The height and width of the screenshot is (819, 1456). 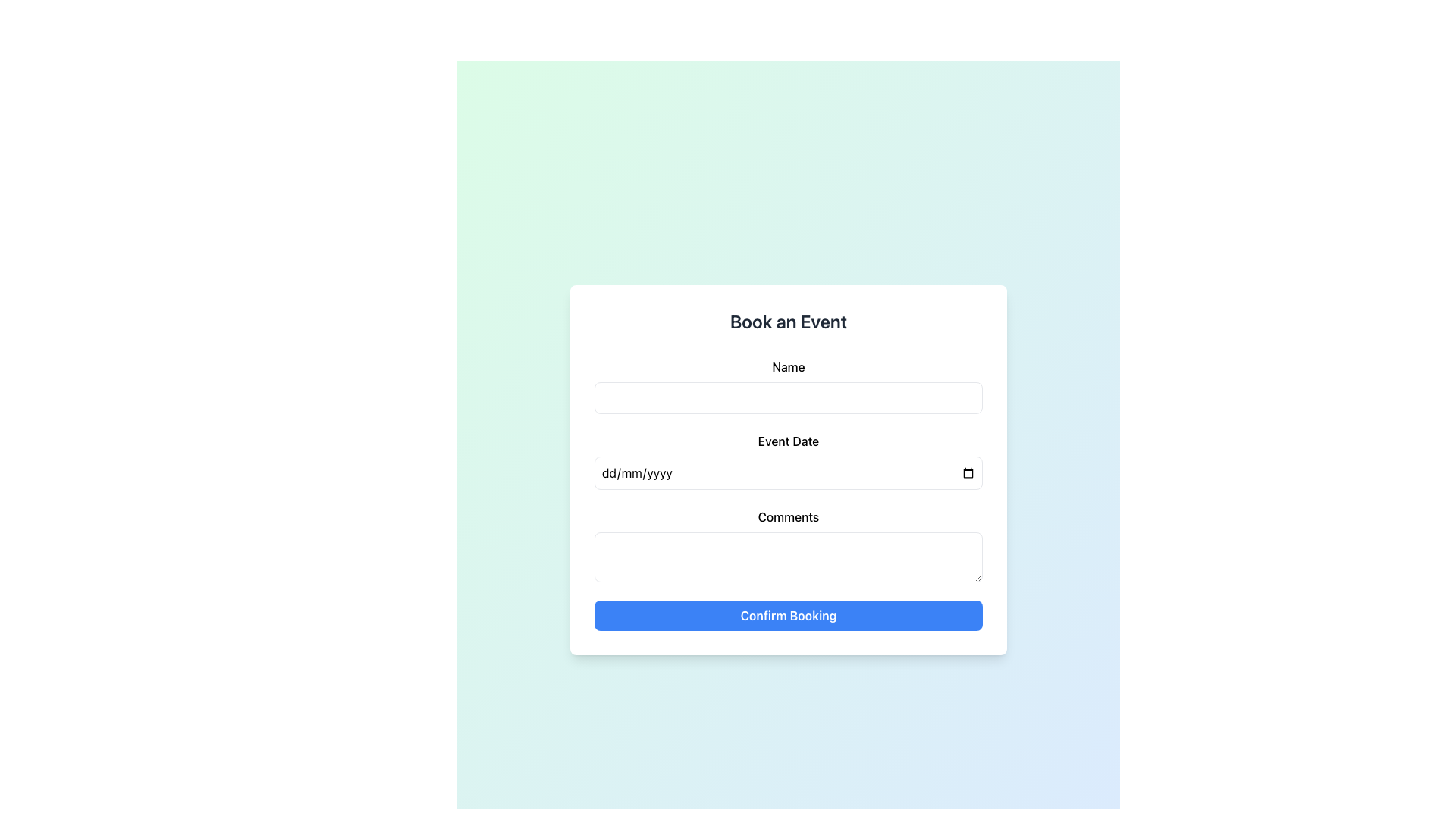 I want to click on the text input field labeled 'Comments' by tabbing from the previous field, so click(x=789, y=557).